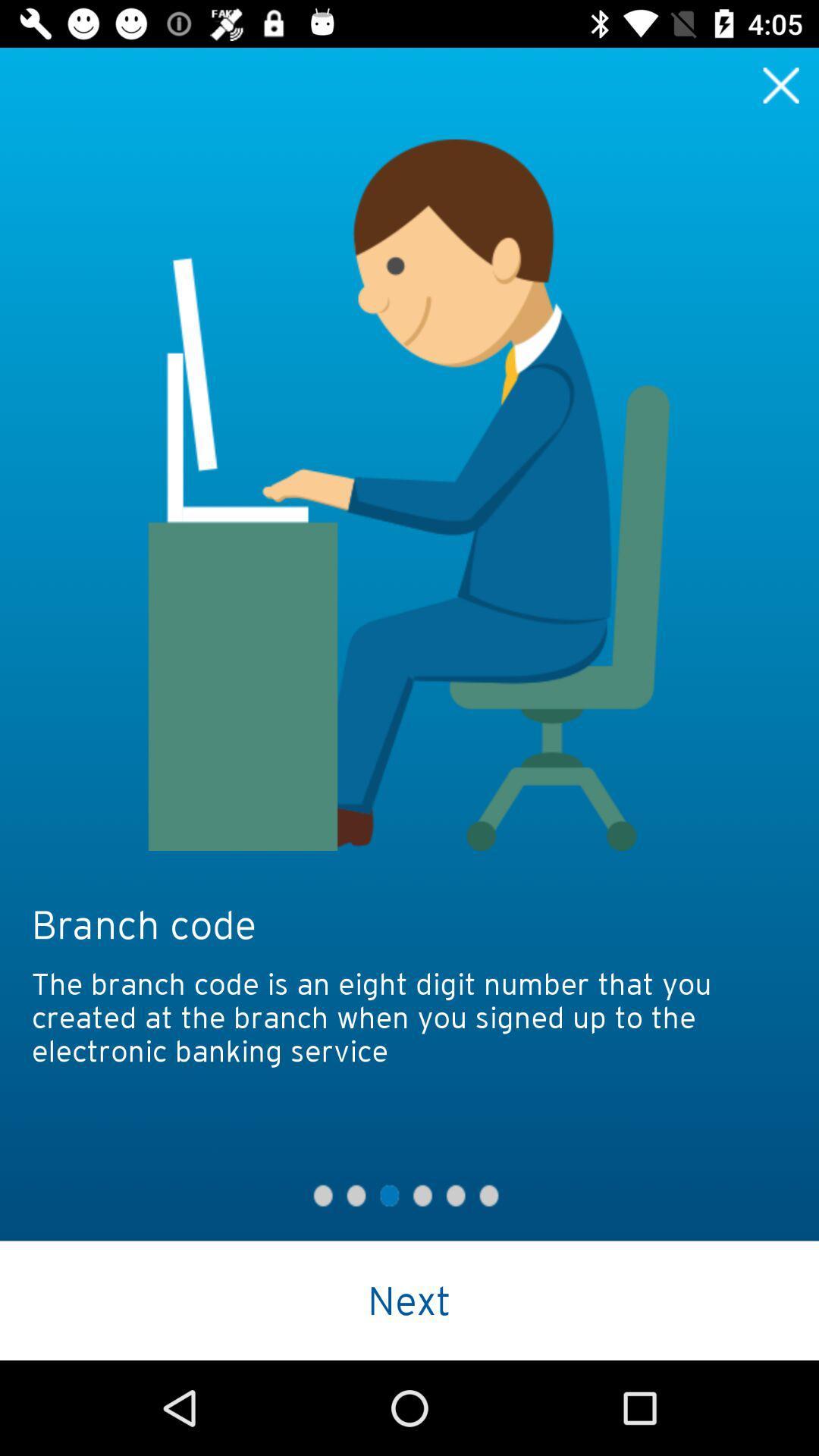 The width and height of the screenshot is (819, 1456). What do you see at coordinates (781, 84) in the screenshot?
I see `the close icon` at bounding box center [781, 84].